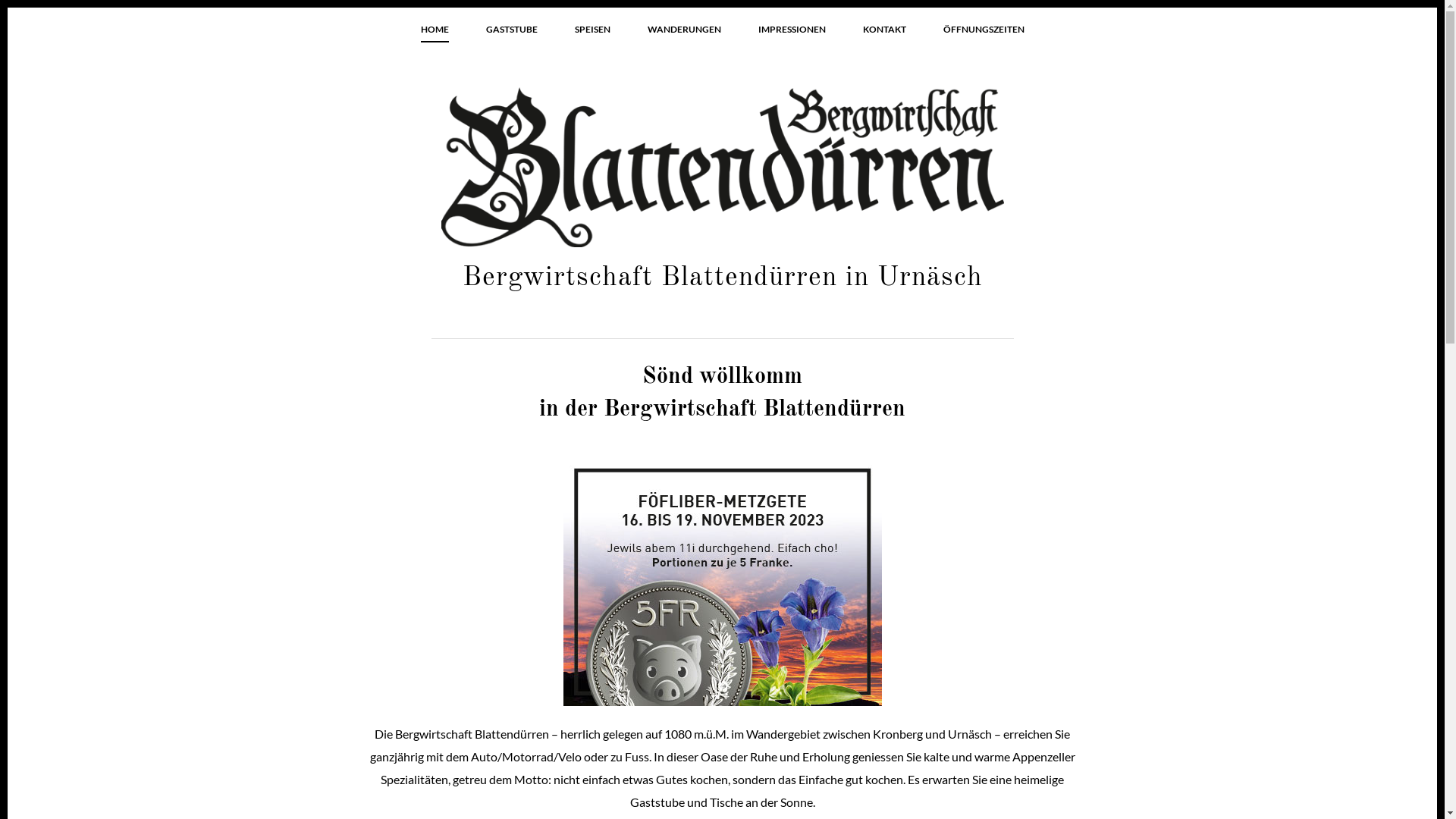 The width and height of the screenshot is (1456, 819). Describe the element at coordinates (790, 29) in the screenshot. I see `'IMPRESSIONEN'` at that location.